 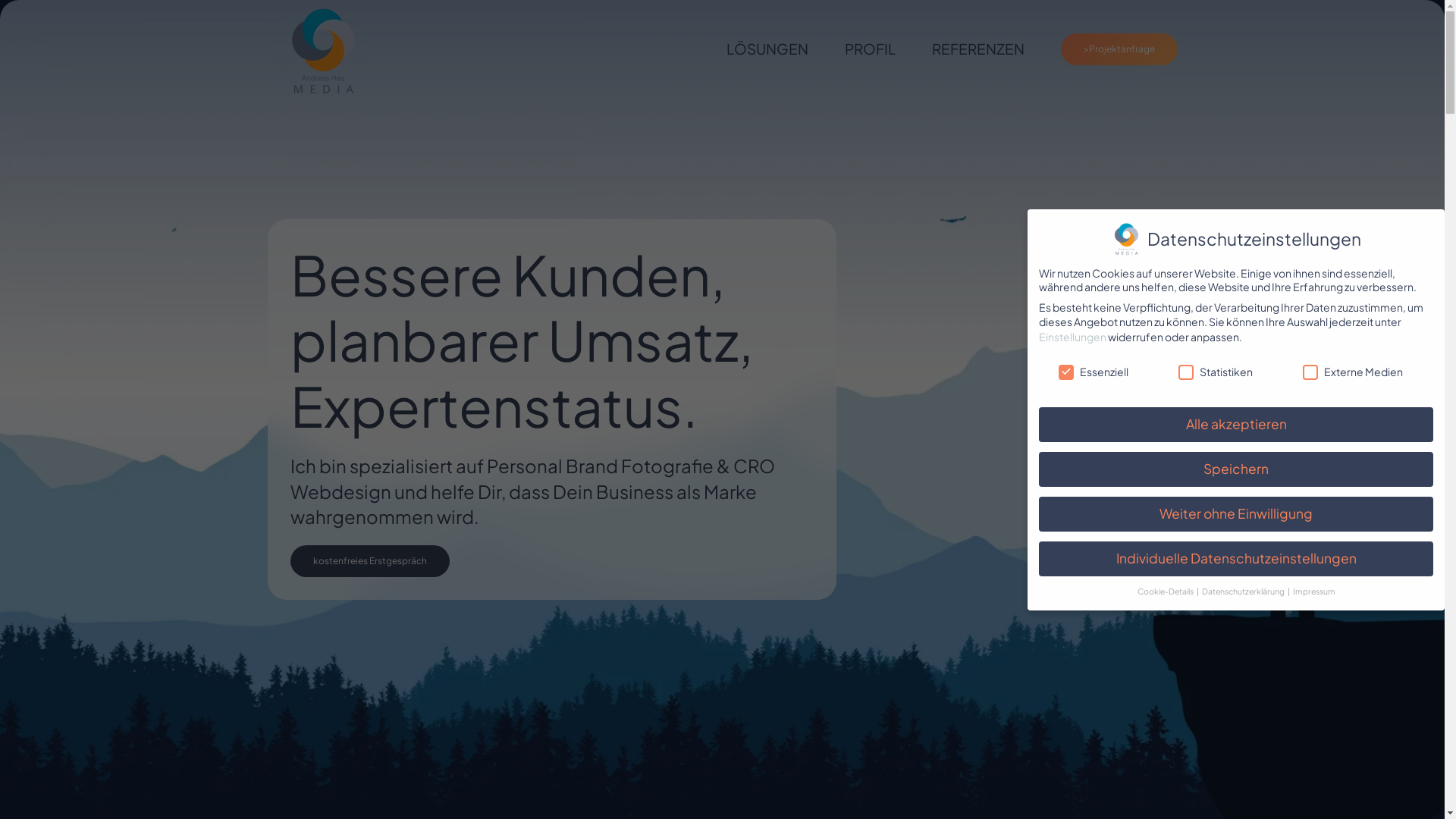 What do you see at coordinates (1236, 468) in the screenshot?
I see `'Speichern'` at bounding box center [1236, 468].